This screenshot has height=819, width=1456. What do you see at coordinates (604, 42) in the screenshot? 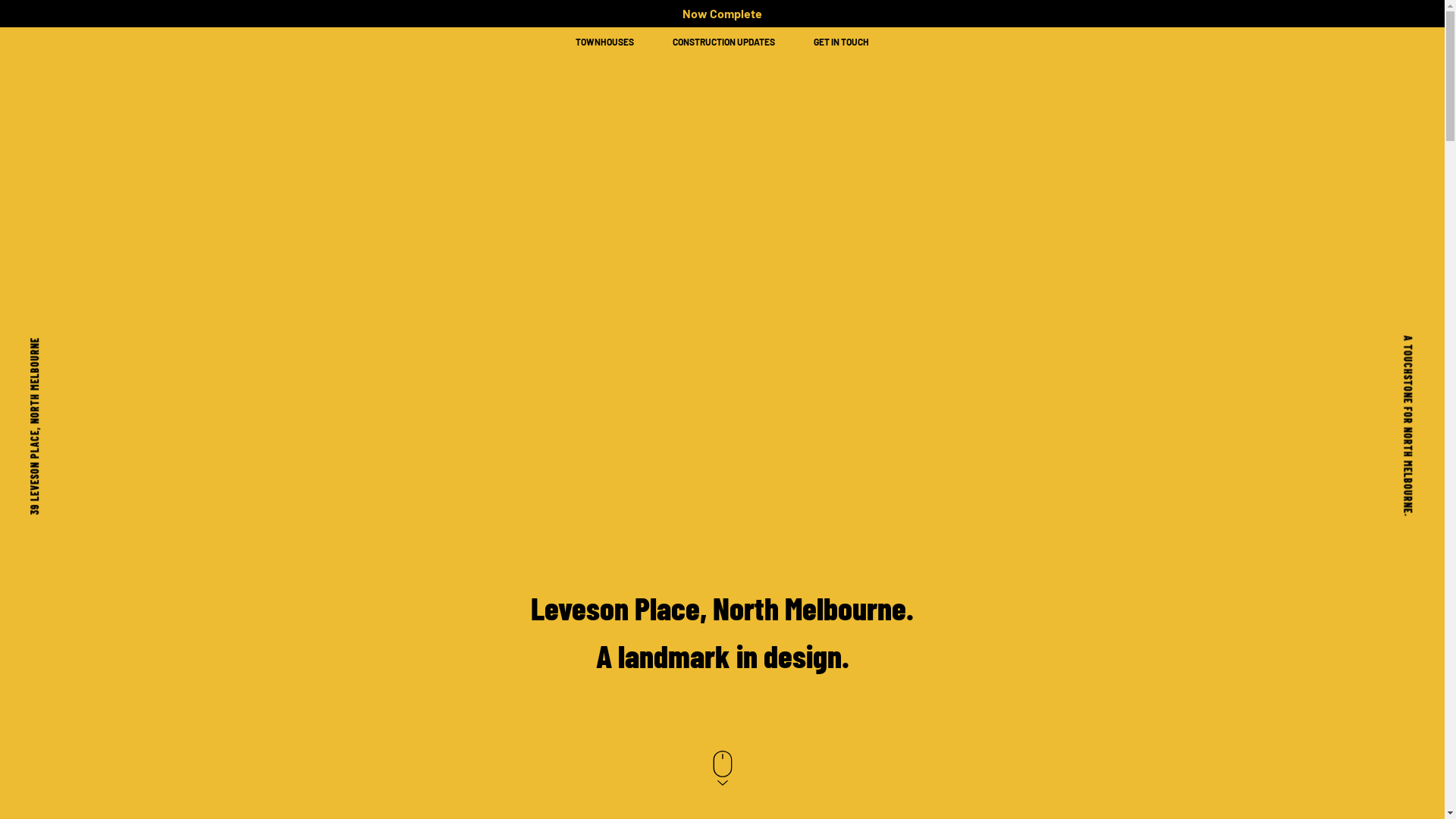
I see `'TOWNHOUSES'` at bounding box center [604, 42].